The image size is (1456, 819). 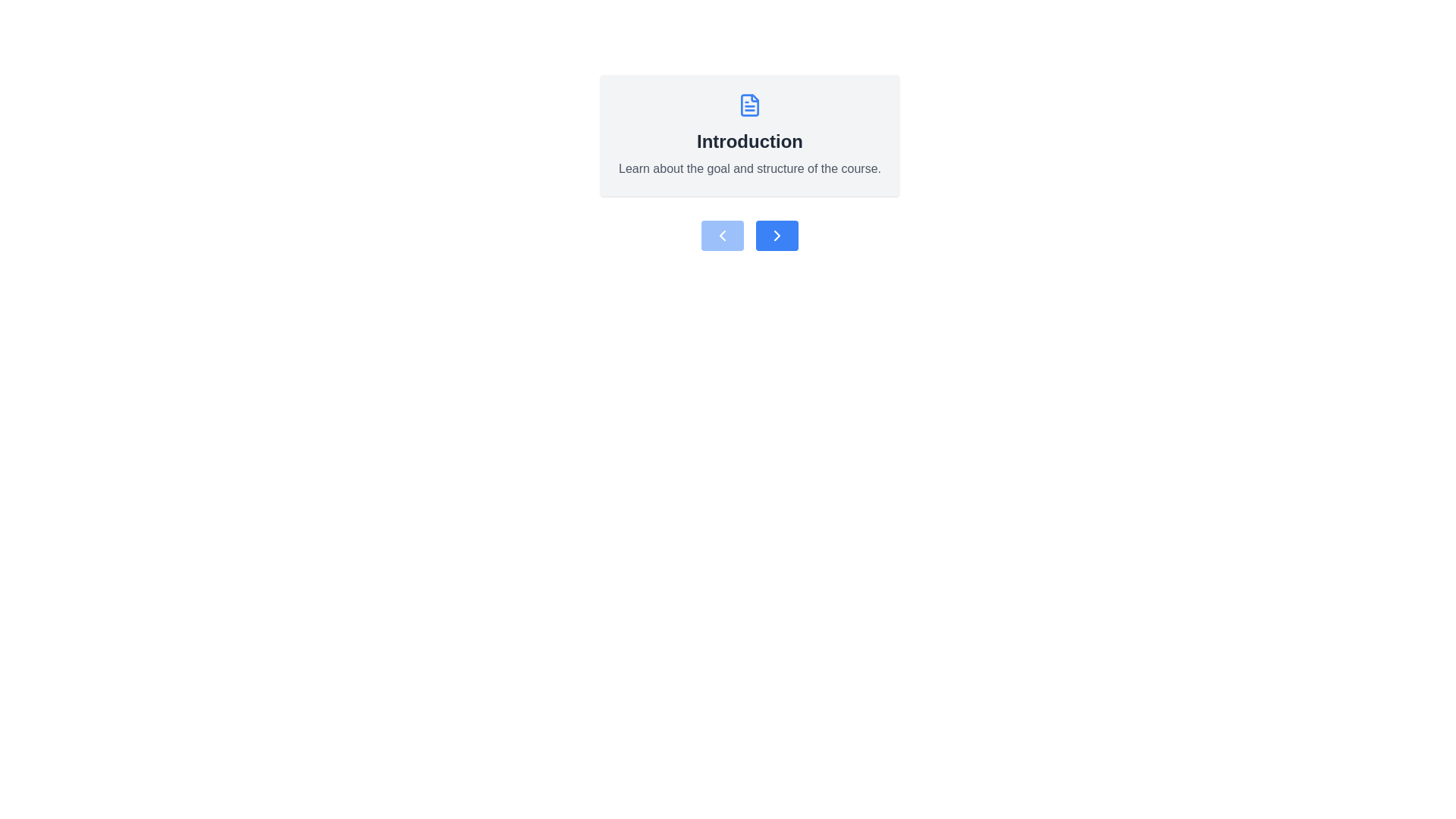 What do you see at coordinates (777, 236) in the screenshot?
I see `the navigation icon located to the right of the blue rectangular button below the 'Introduction' section` at bounding box center [777, 236].